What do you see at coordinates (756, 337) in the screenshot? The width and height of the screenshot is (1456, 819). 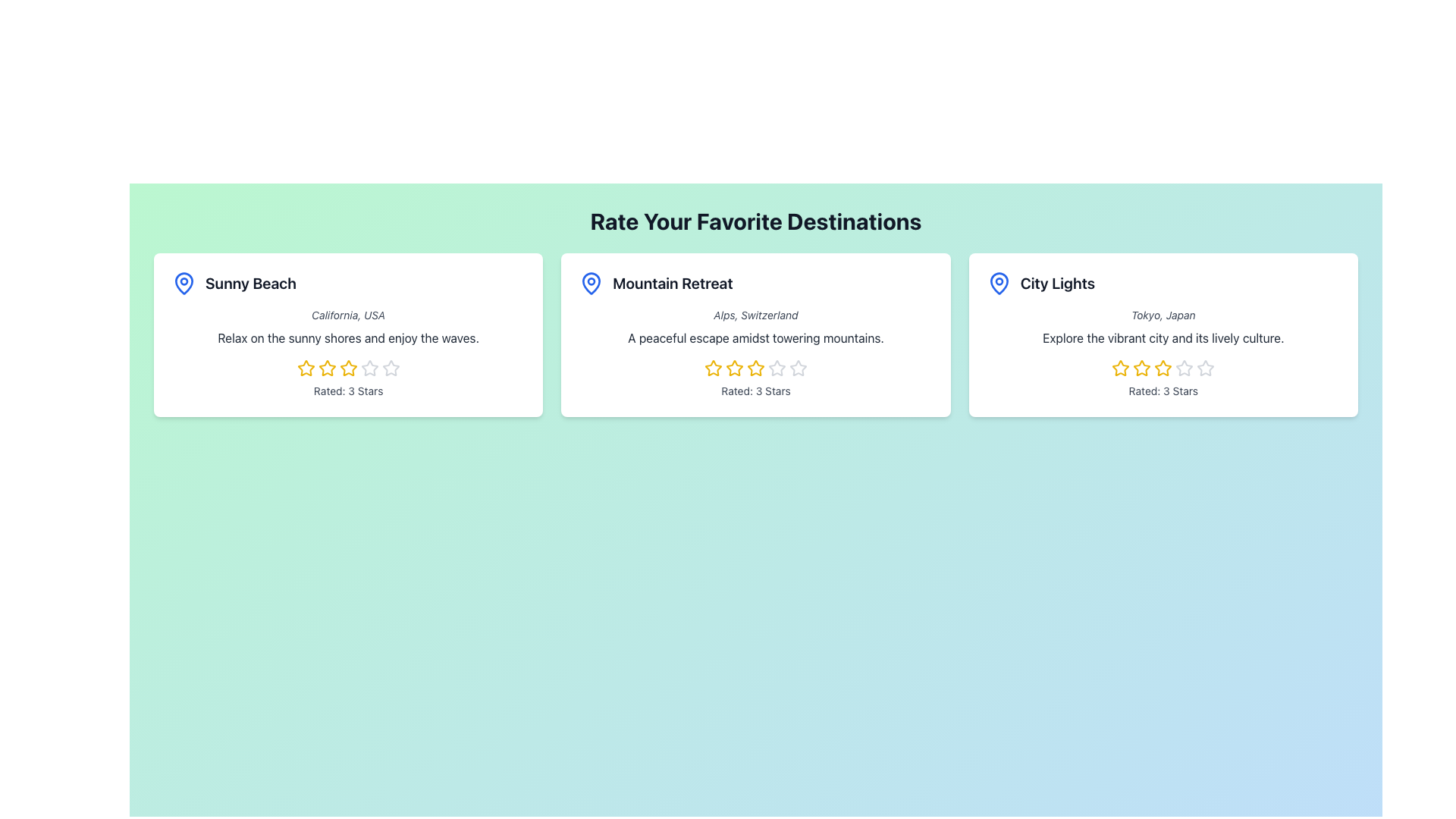 I see `the text element providing descriptive information about the destination 'Mountain Retreat'` at bounding box center [756, 337].